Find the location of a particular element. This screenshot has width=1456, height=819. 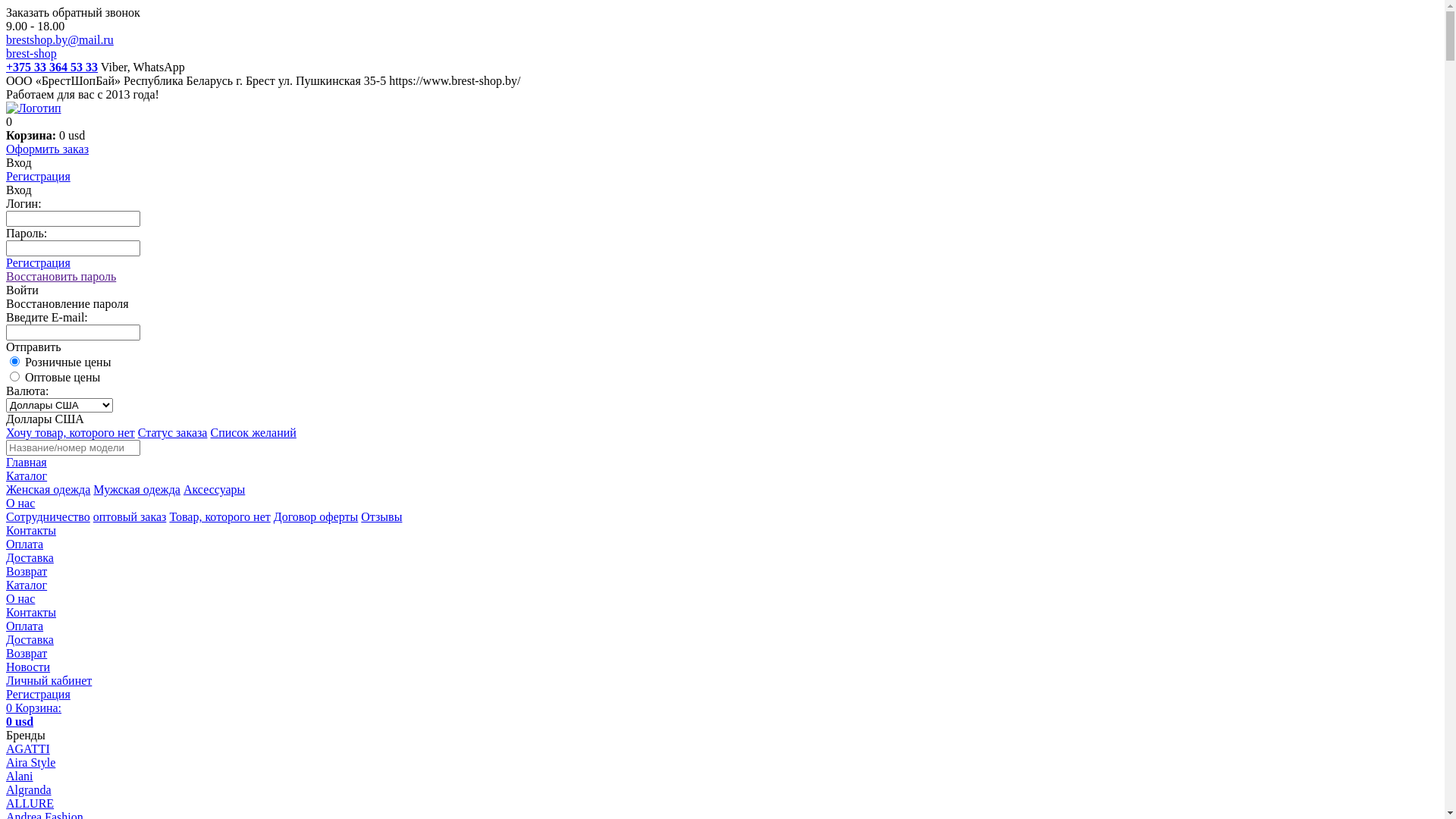

'brest-shop' is located at coordinates (31, 52).